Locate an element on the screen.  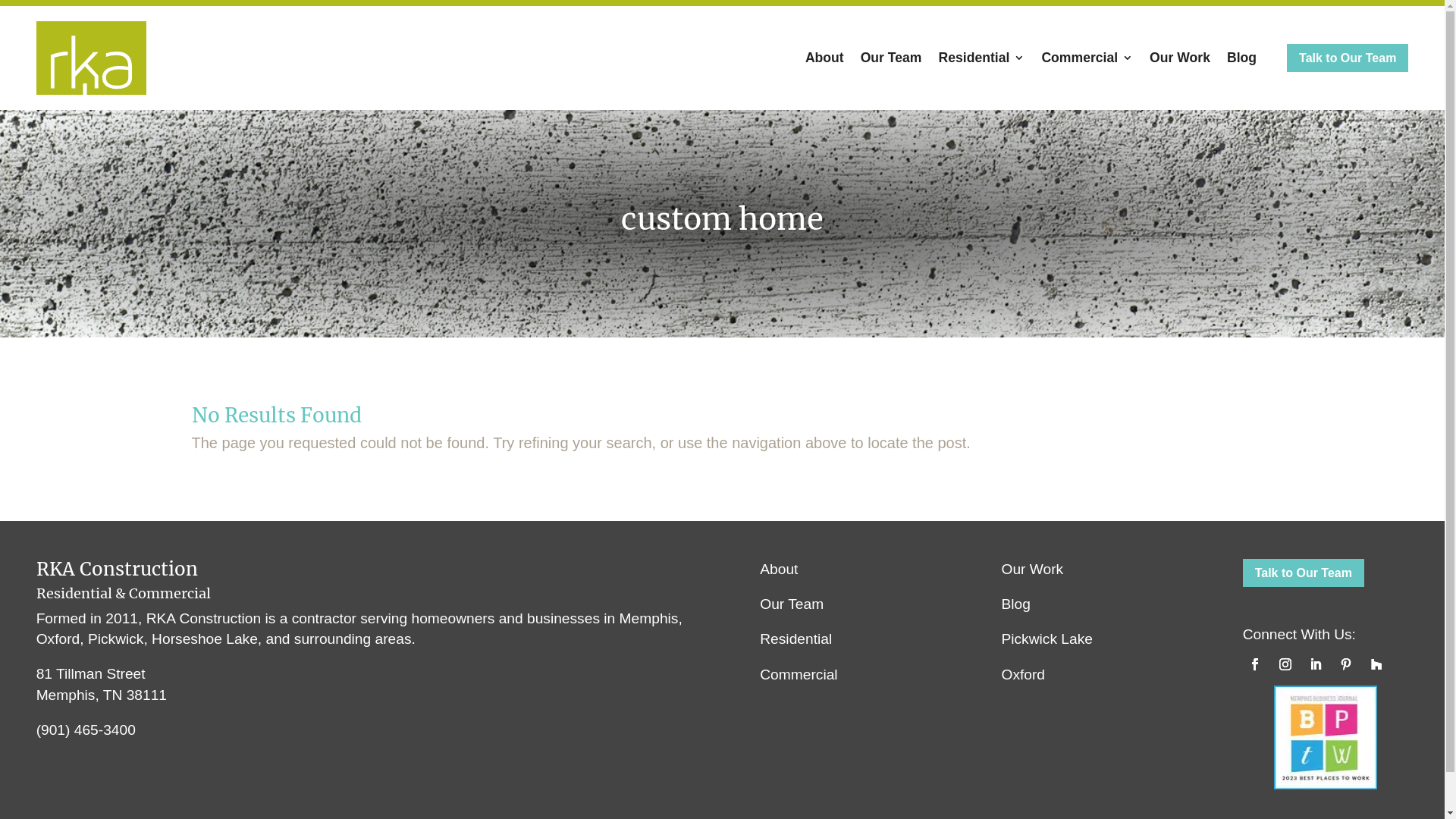
'Follow on Pinterest' is located at coordinates (1346, 663).